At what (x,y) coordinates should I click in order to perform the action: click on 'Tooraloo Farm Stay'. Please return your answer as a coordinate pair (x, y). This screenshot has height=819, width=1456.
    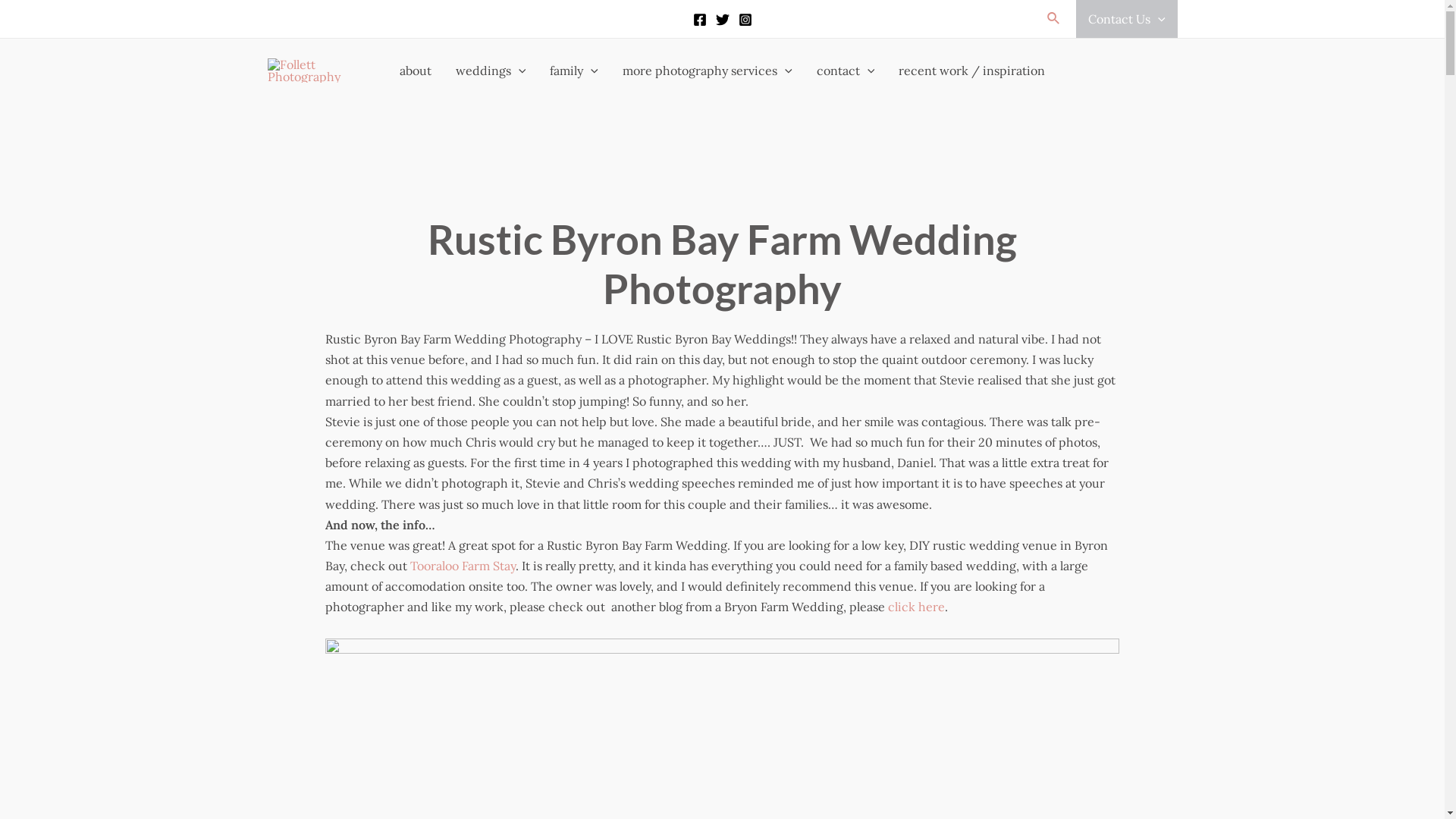
    Looking at the image, I should click on (462, 565).